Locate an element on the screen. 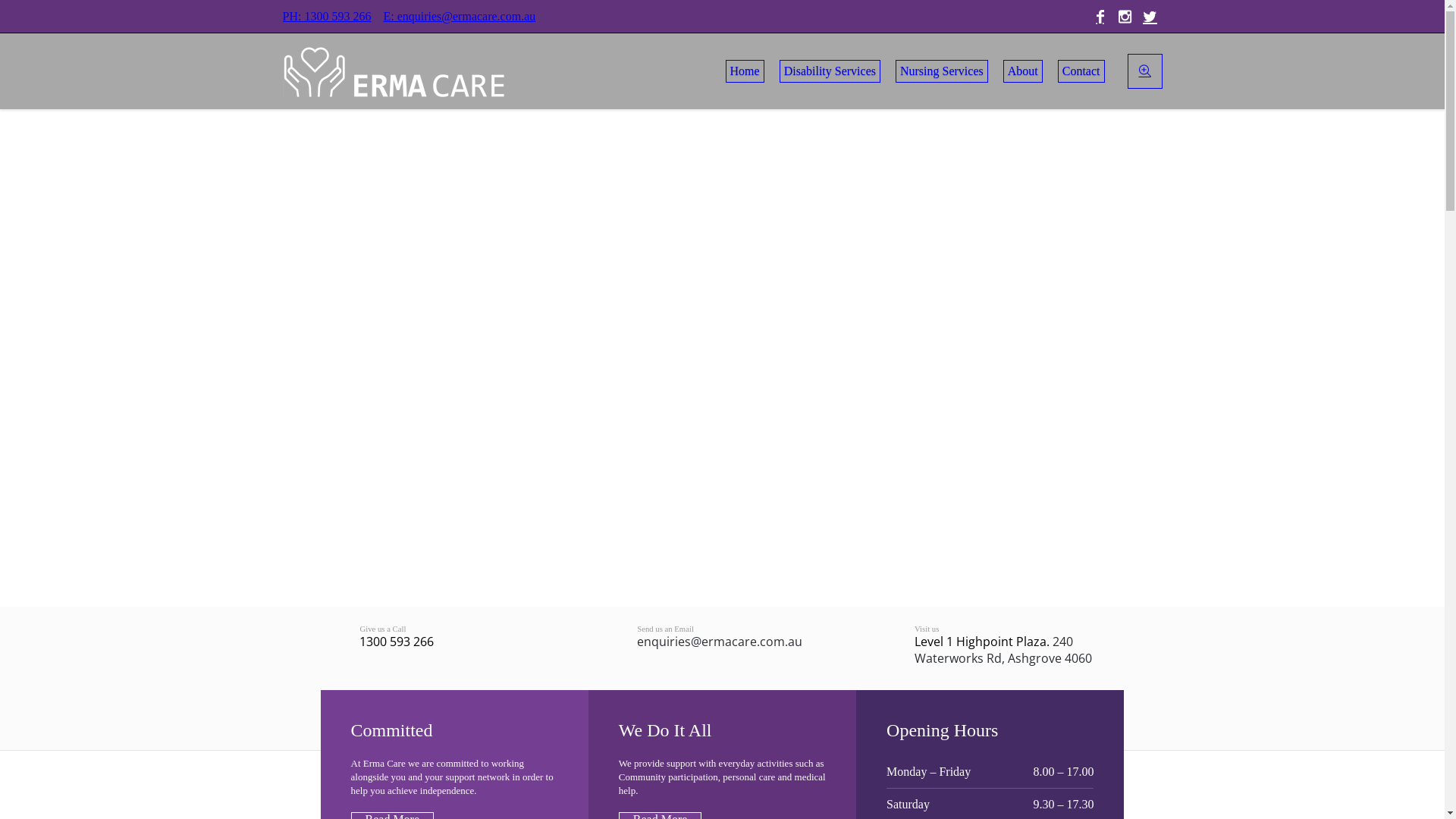 This screenshot has width=1456, height=819. 'E: enquiries@ermacare.com.au' is located at coordinates (382, 15).